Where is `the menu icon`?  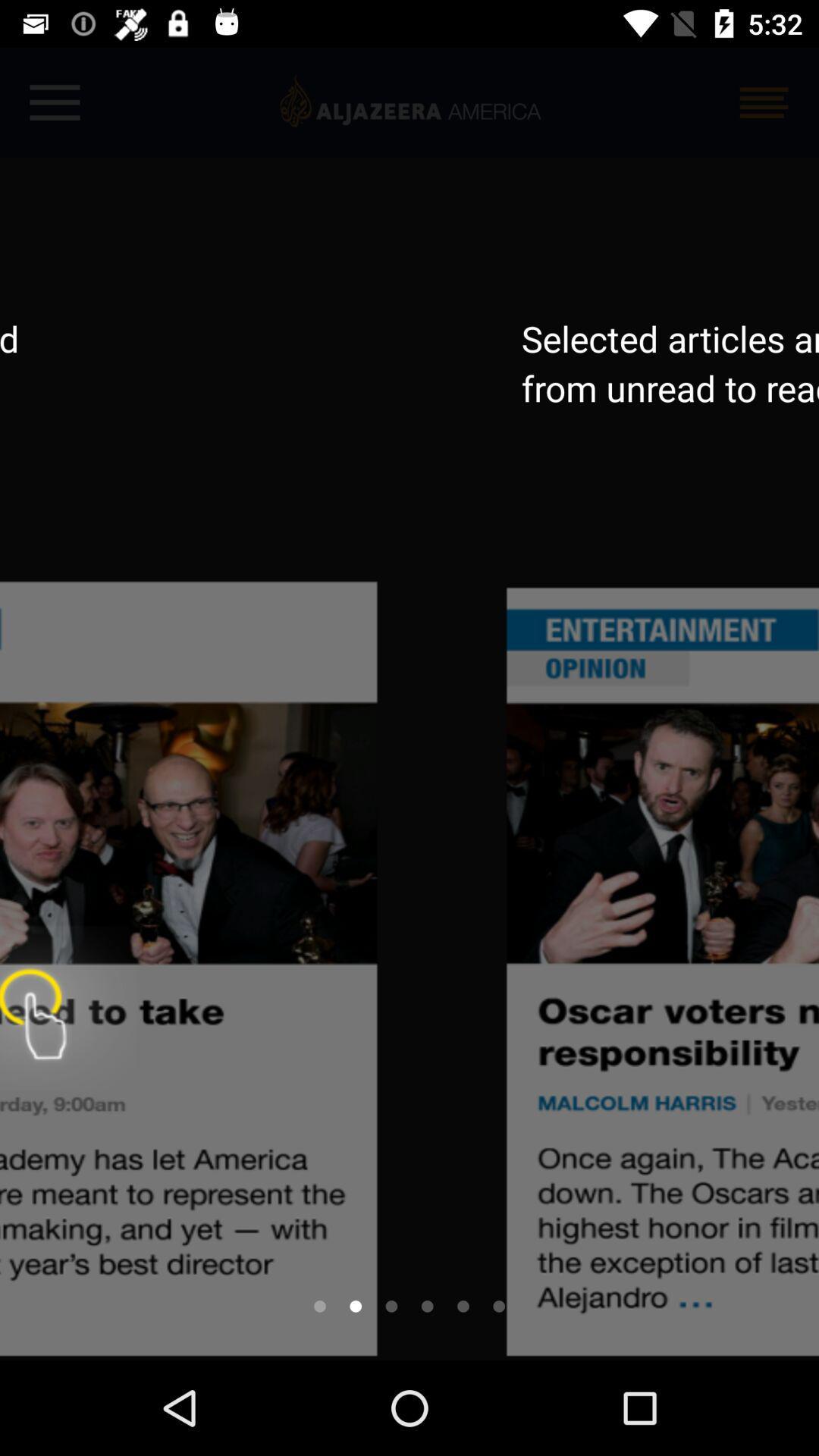
the menu icon is located at coordinates (764, 102).